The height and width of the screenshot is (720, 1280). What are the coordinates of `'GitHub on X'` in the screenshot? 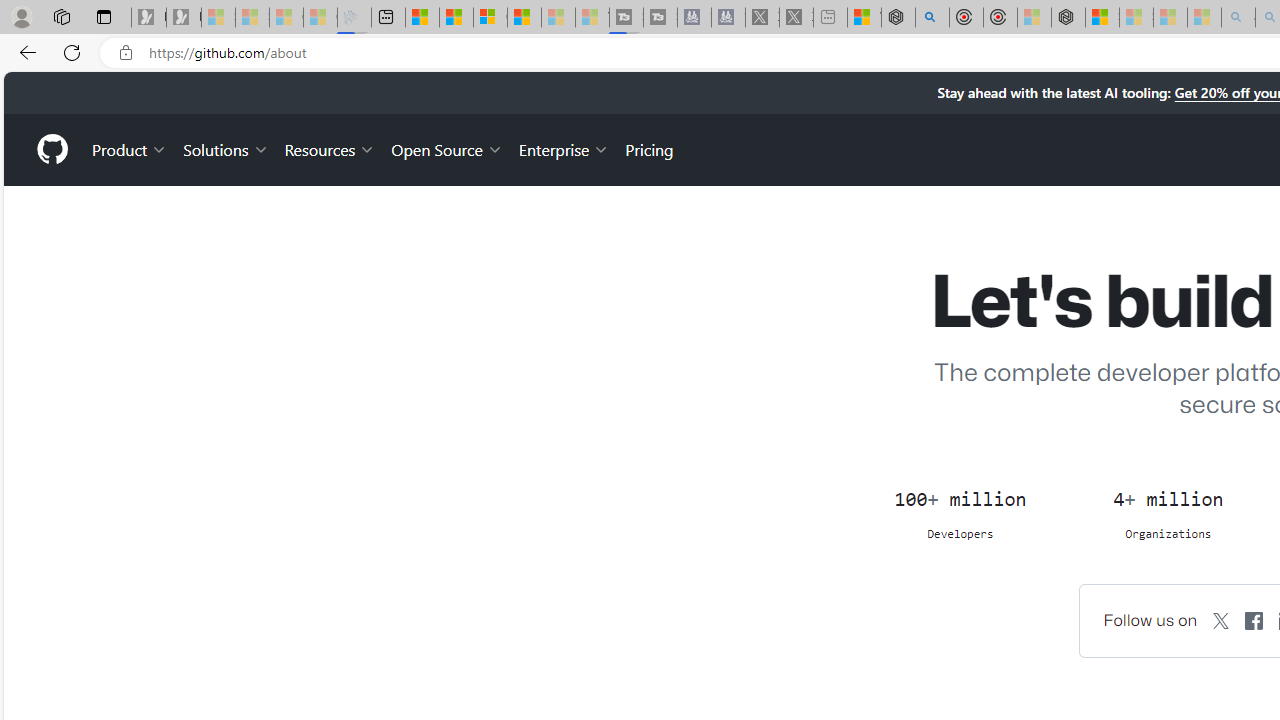 It's located at (1220, 619).